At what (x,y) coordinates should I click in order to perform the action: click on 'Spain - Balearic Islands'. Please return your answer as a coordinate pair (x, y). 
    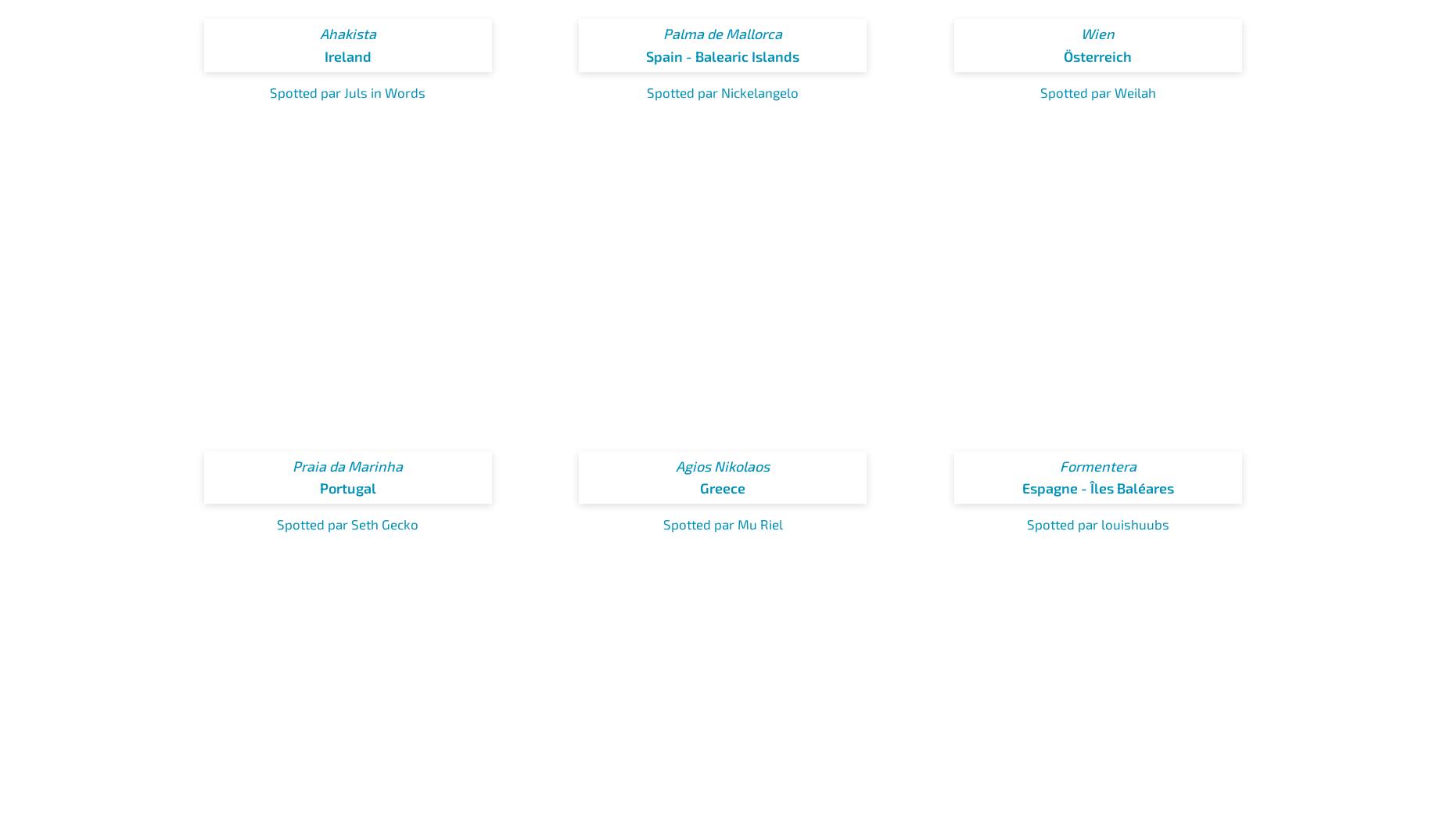
    Looking at the image, I should click on (723, 56).